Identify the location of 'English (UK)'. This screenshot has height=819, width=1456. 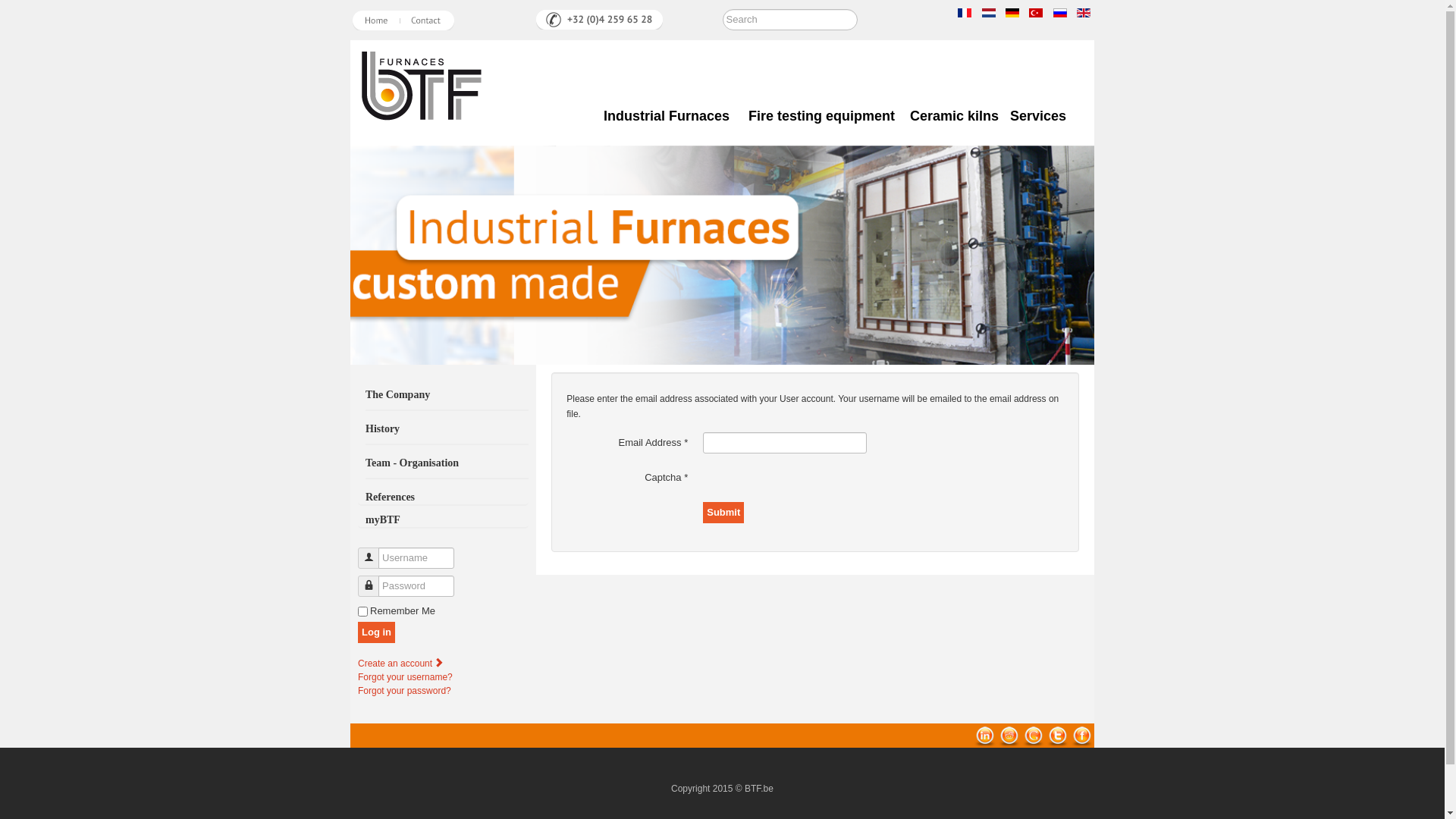
(1083, 12).